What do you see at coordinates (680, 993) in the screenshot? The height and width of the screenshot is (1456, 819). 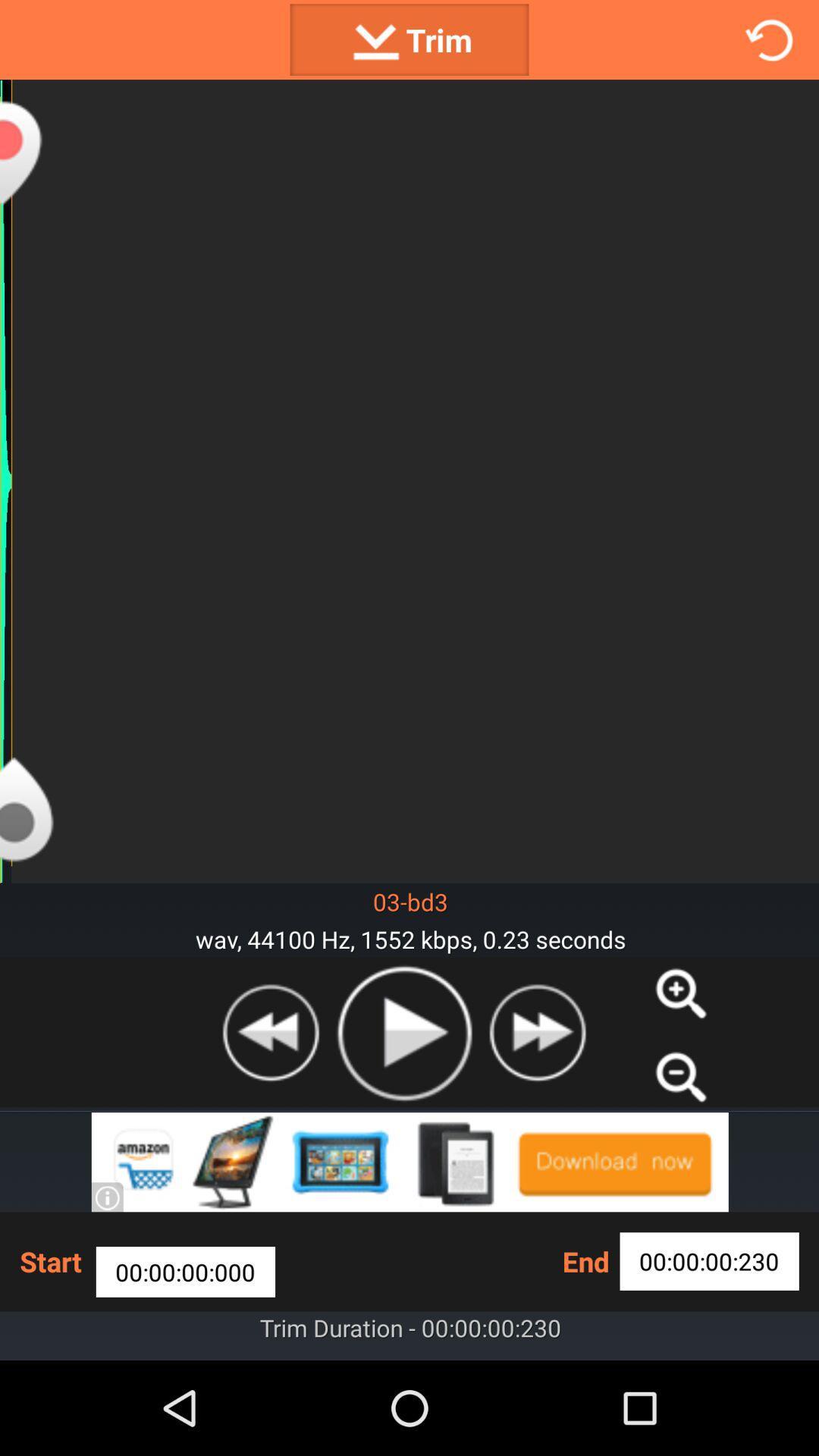 I see `zoom in icon` at bounding box center [680, 993].